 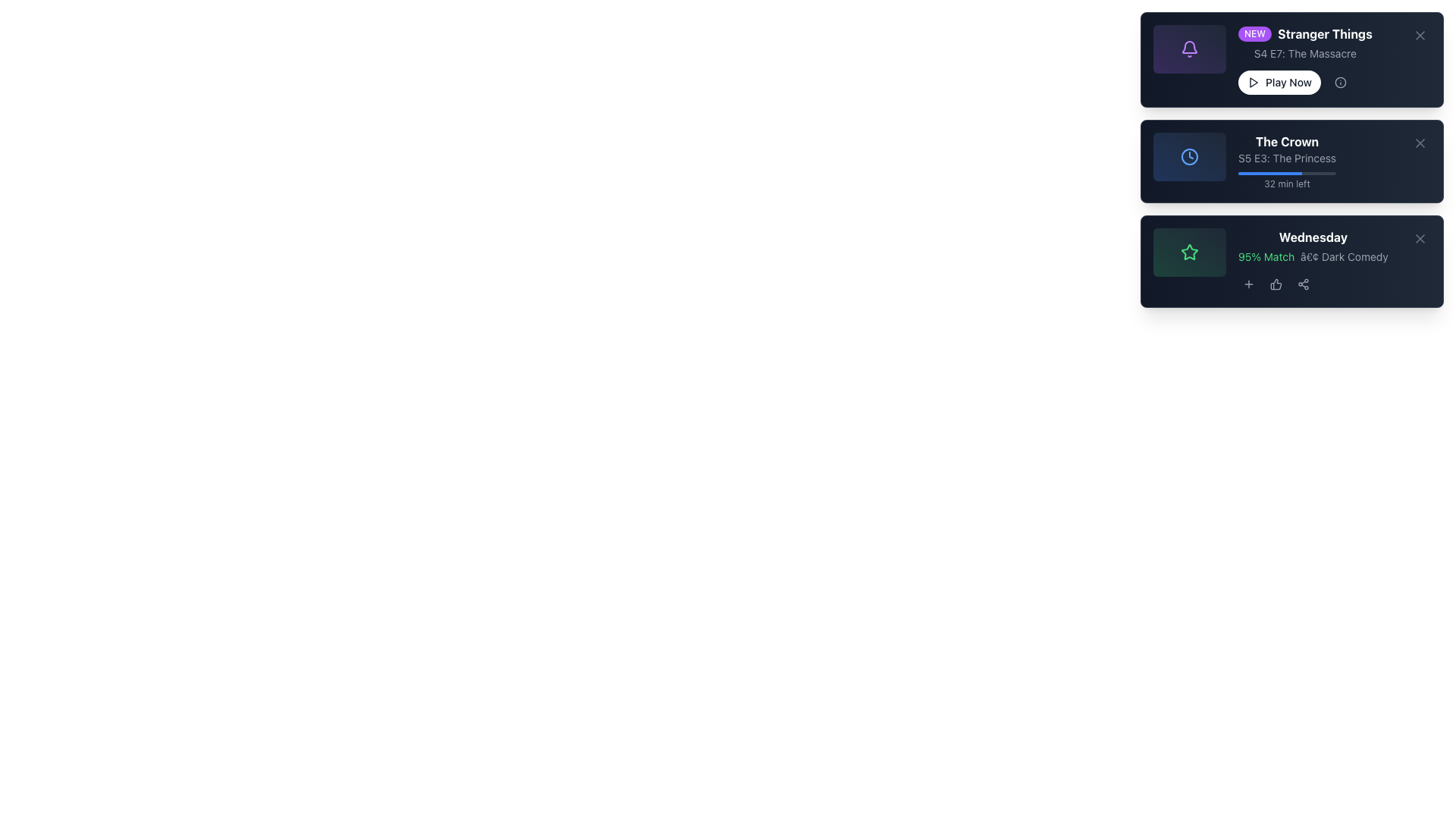 I want to click on descriptive information from the text label located below the title 'Wednesday' in the panel, which includes match percentage and genre categorization, so click(x=1270, y=260).